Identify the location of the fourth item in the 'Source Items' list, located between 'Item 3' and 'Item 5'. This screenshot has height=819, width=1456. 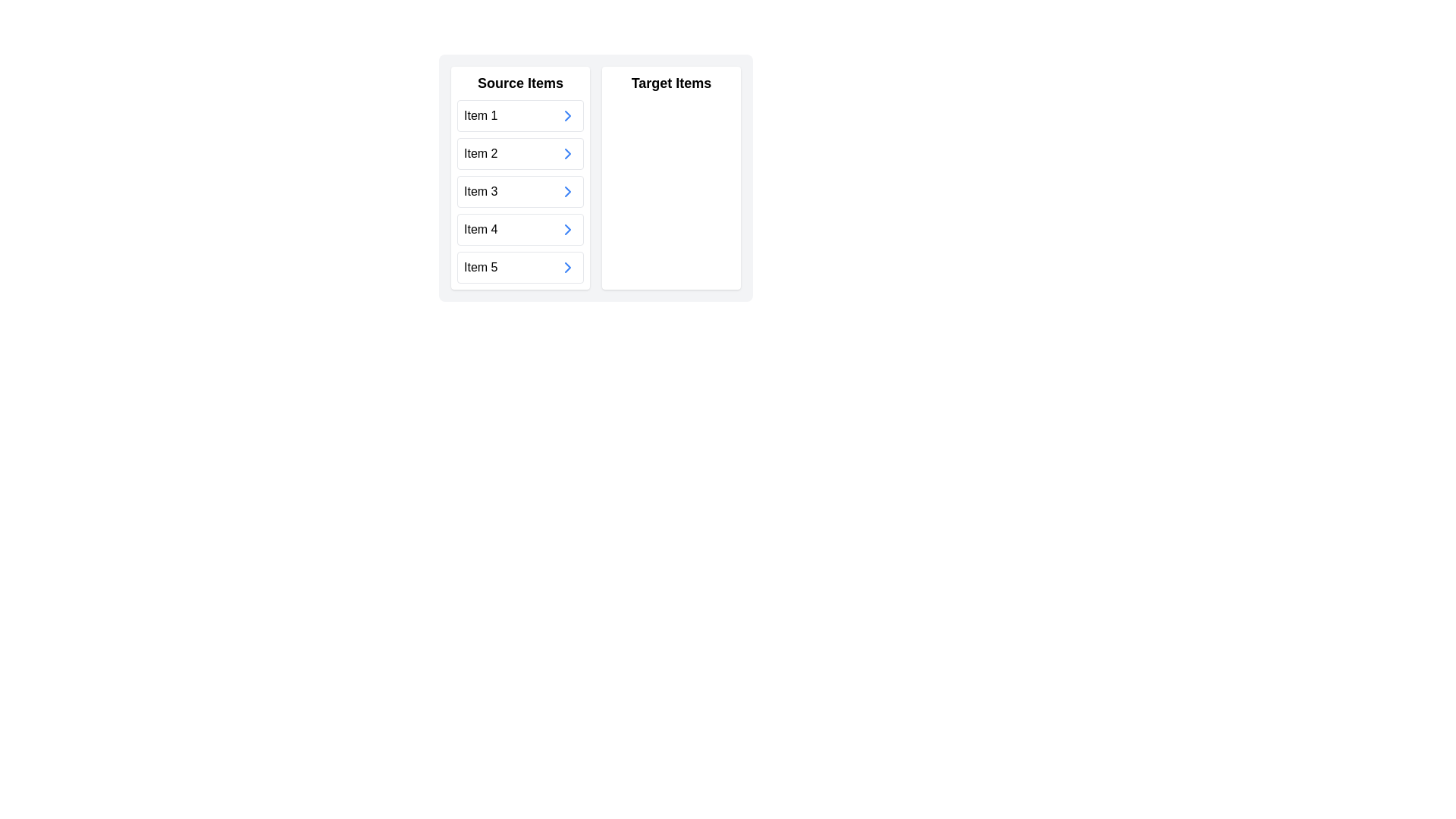
(520, 230).